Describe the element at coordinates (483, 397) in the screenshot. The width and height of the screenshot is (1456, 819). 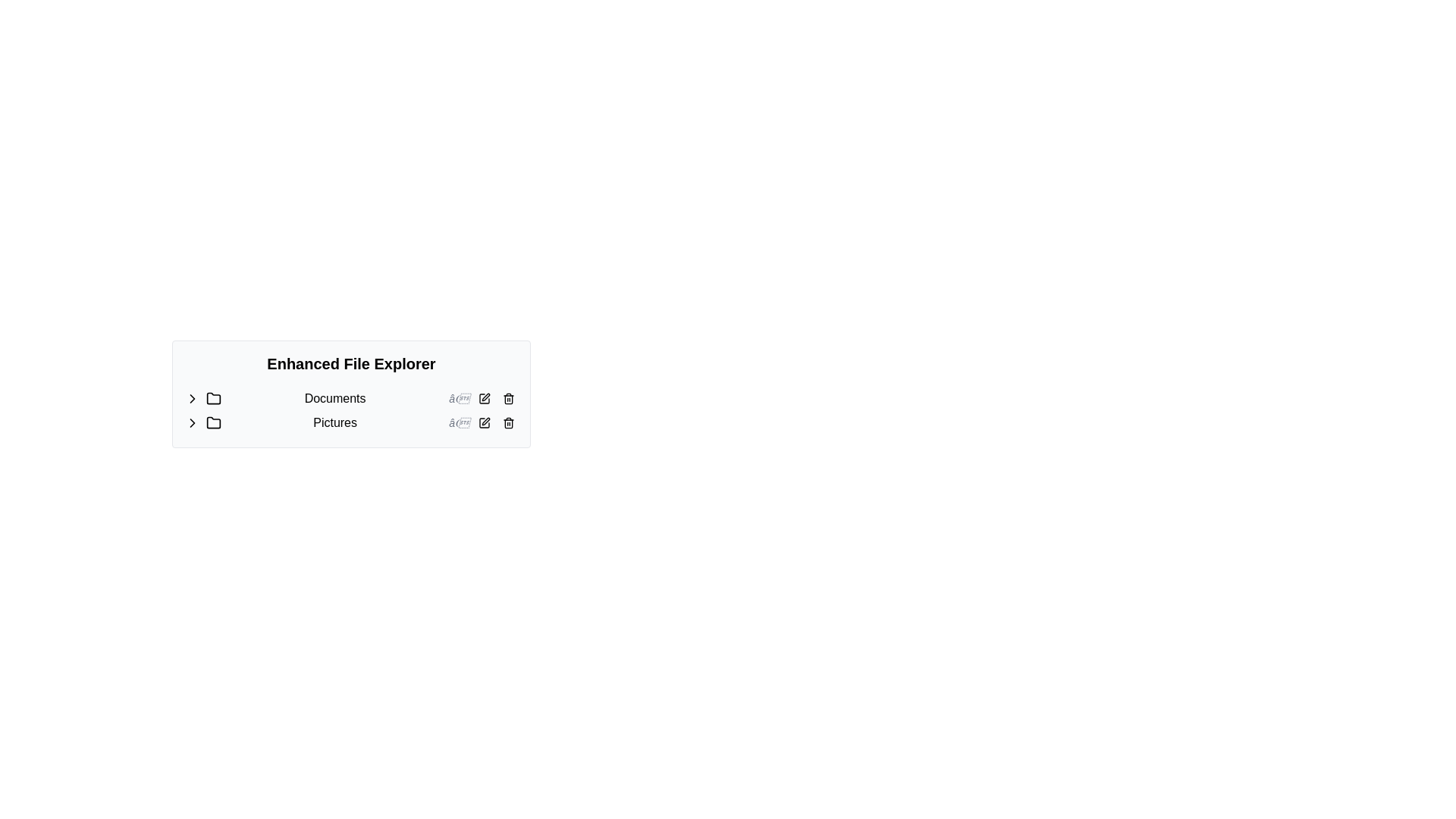
I see `the document icon, a square with a border and a cut-off bottom-left corner, located in the 'Documents' section of the file explorer` at that location.